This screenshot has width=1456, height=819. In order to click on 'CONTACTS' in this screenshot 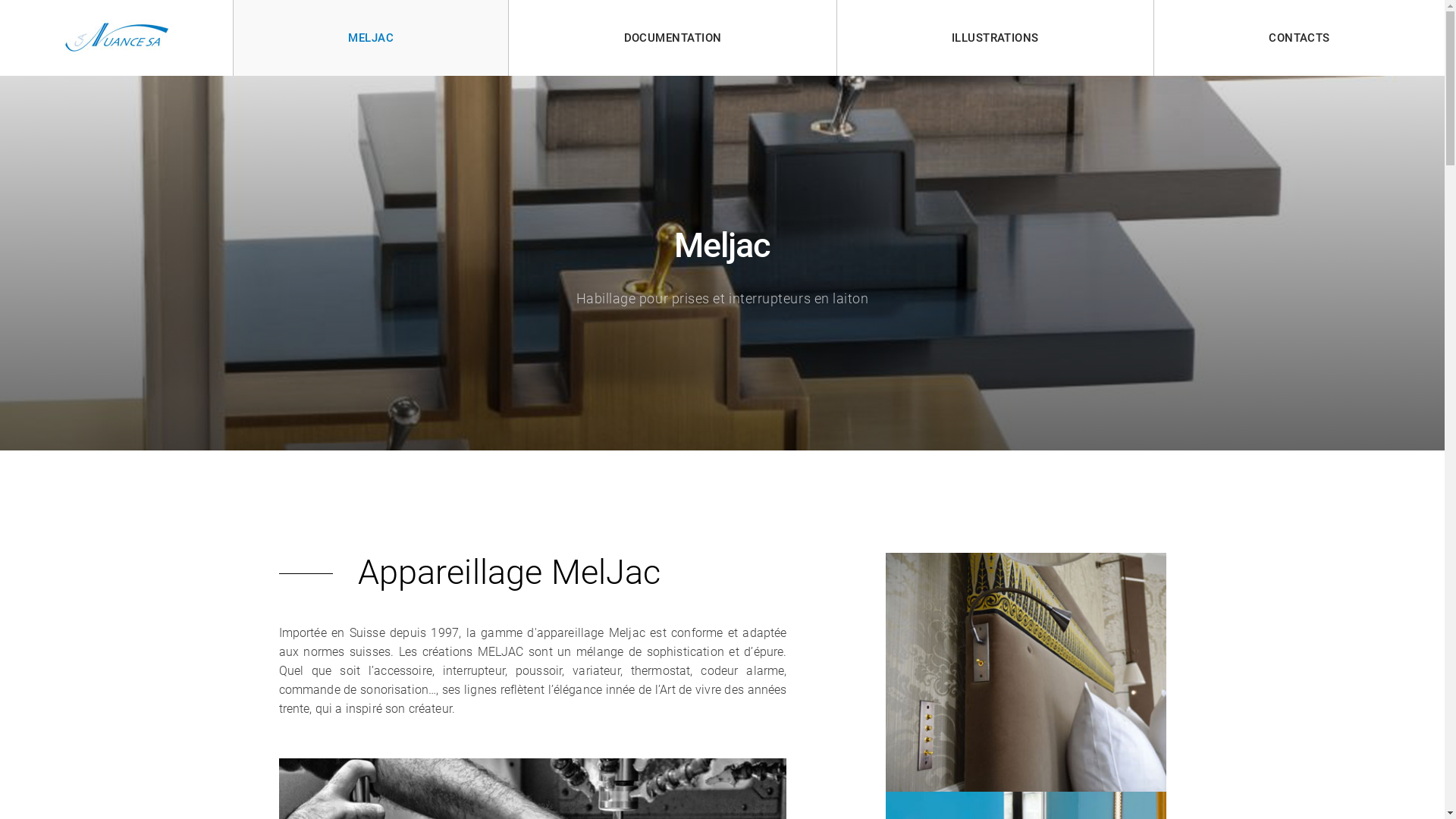, I will do `click(1298, 37)`.